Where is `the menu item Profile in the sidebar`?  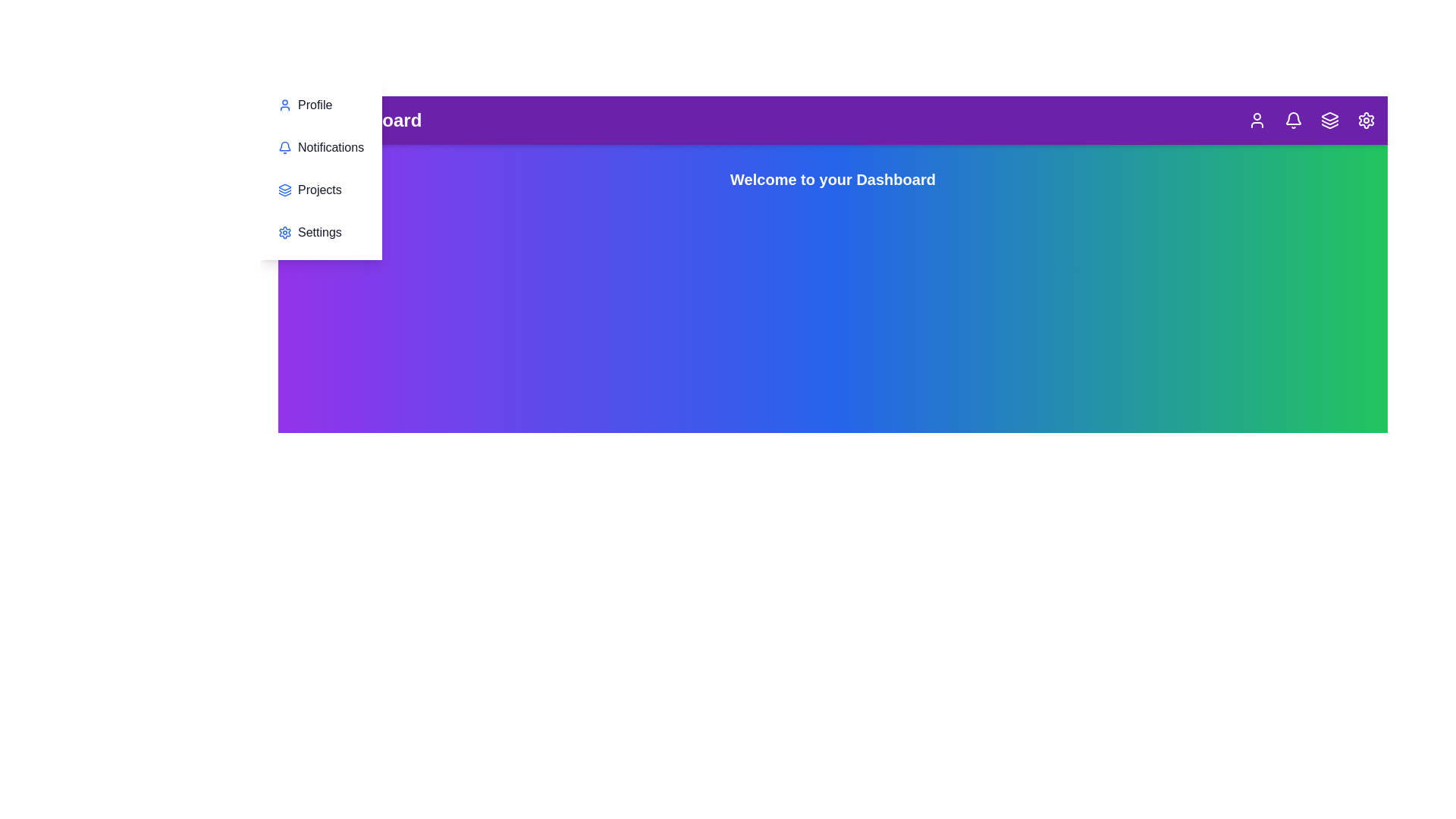
the menu item Profile in the sidebar is located at coordinates (319, 104).